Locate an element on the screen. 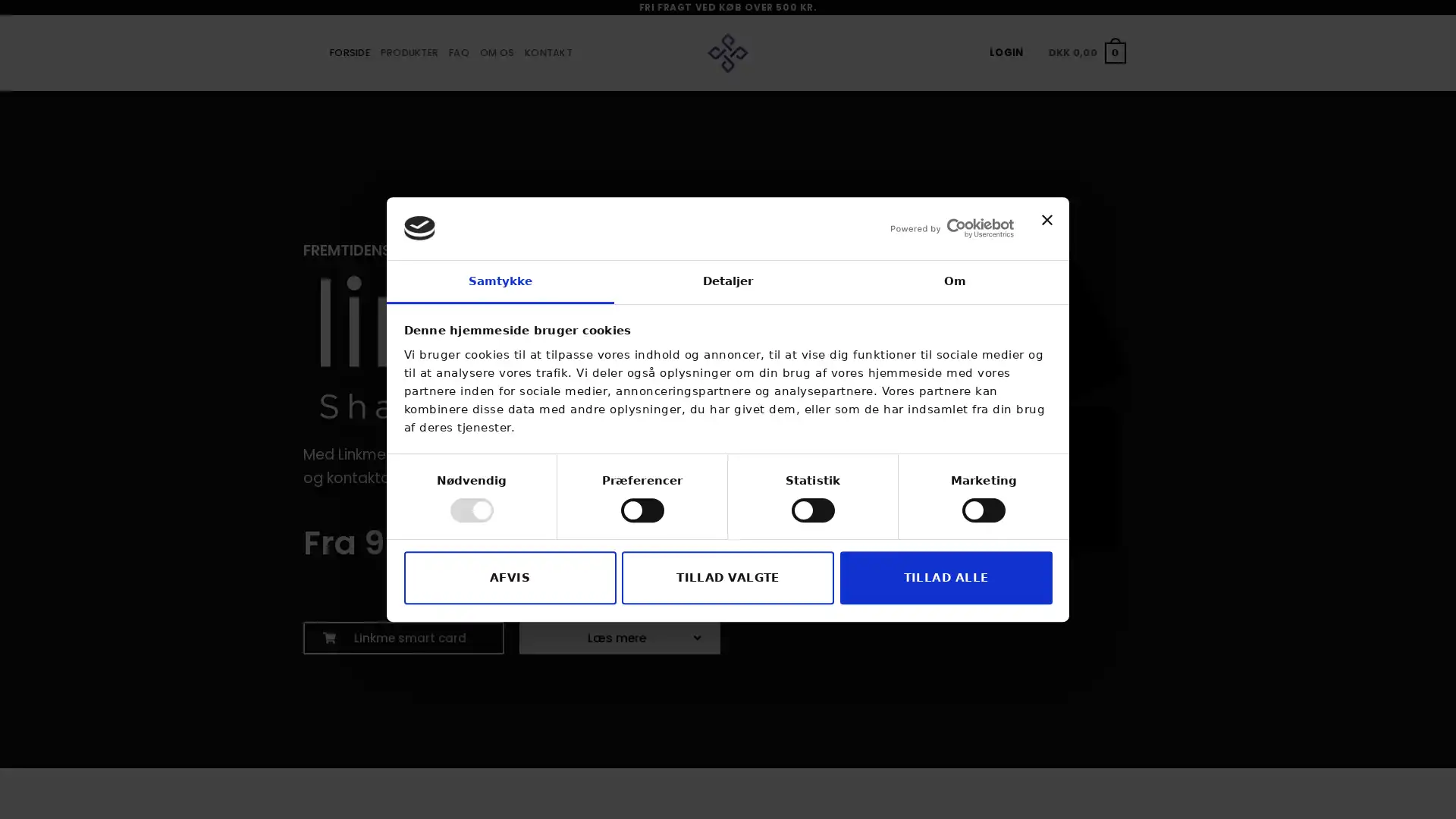 The image size is (1456, 819). Ls mere is located at coordinates (620, 638).